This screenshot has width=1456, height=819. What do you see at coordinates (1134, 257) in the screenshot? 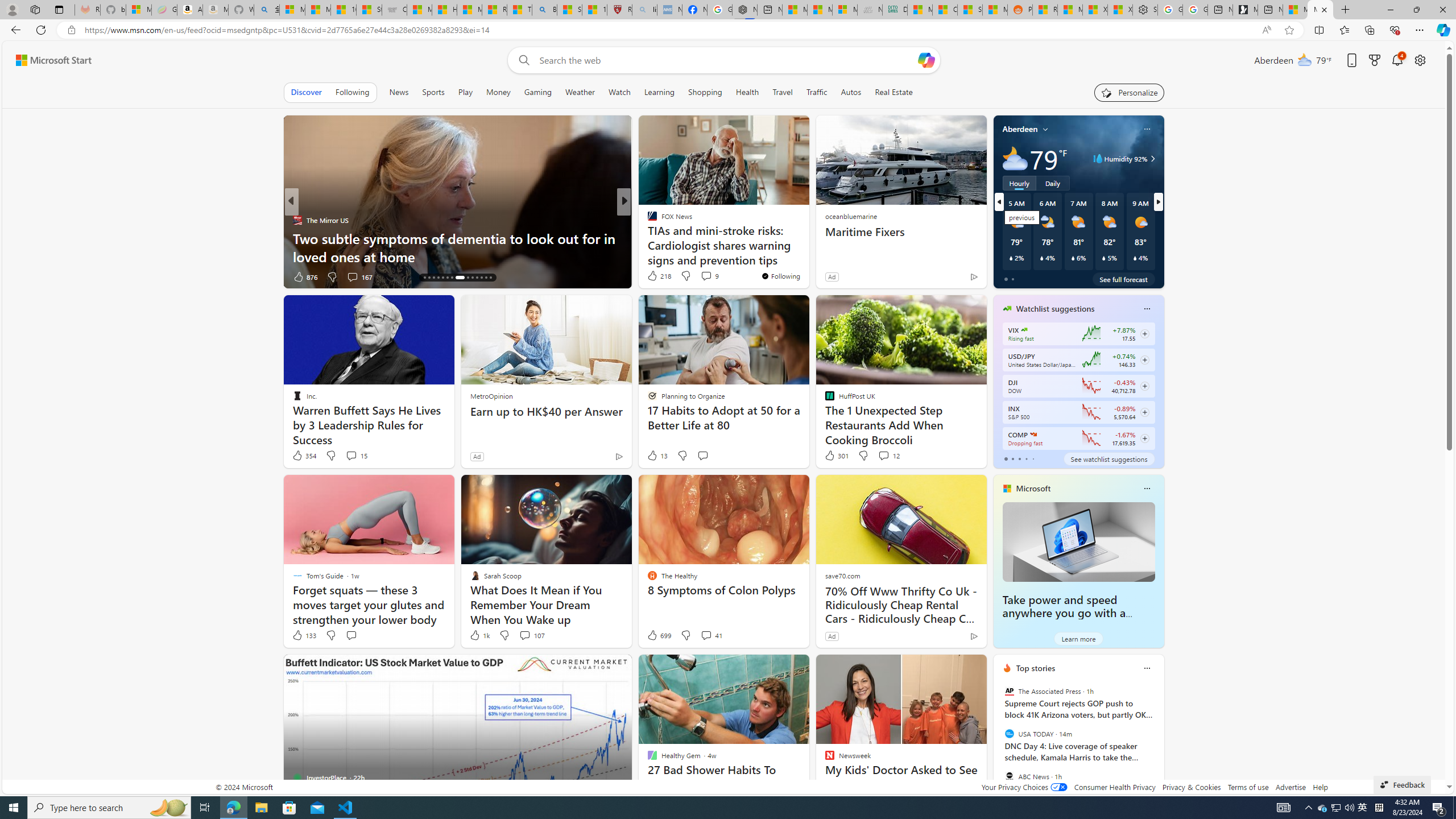
I see `'Class: weather-current-precipitation-glyph'` at bounding box center [1134, 257].